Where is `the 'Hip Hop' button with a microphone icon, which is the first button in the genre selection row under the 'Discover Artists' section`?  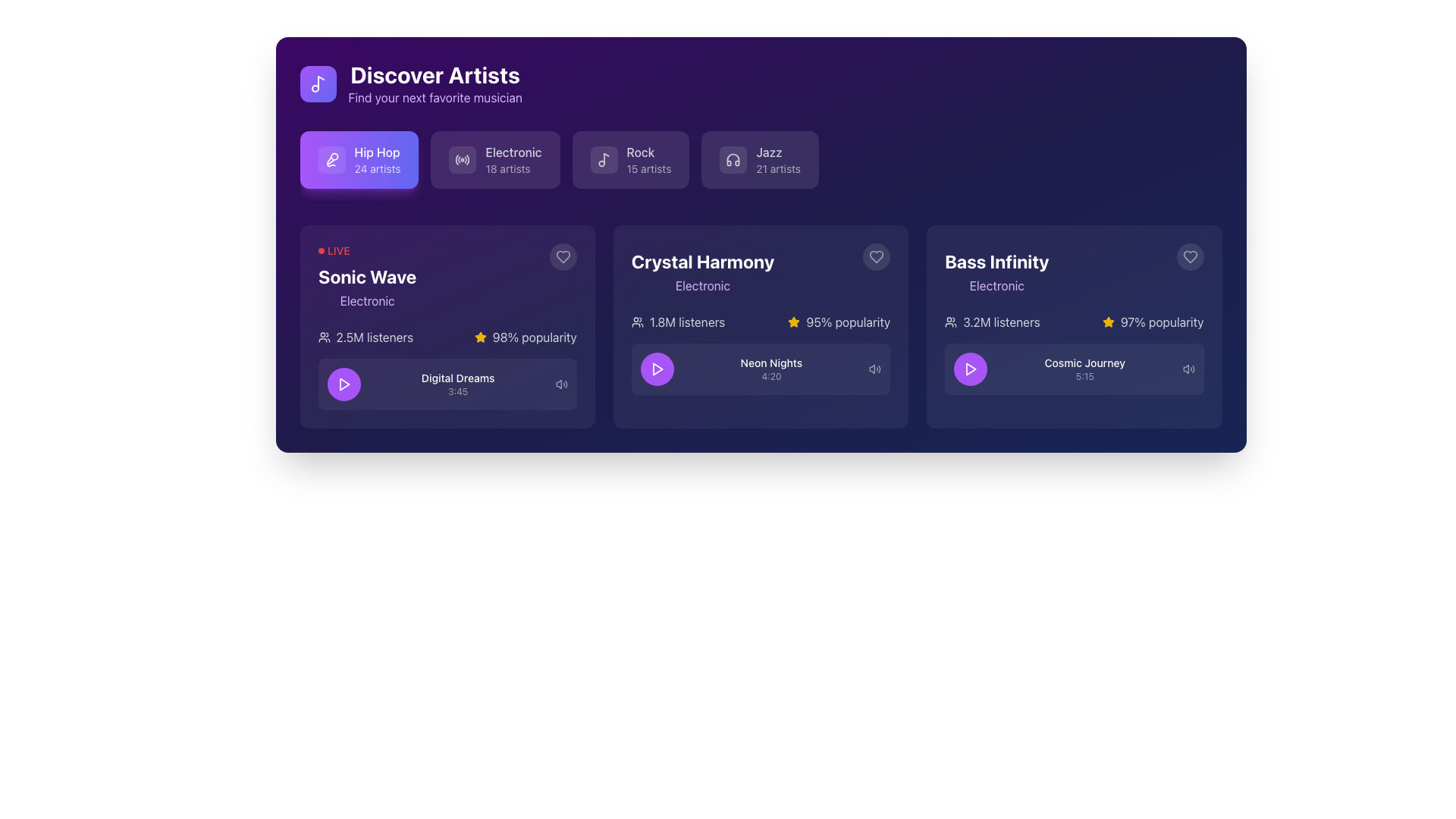
the 'Hip Hop' button with a microphone icon, which is the first button in the genre selection row under the 'Discover Artists' section is located at coordinates (359, 160).